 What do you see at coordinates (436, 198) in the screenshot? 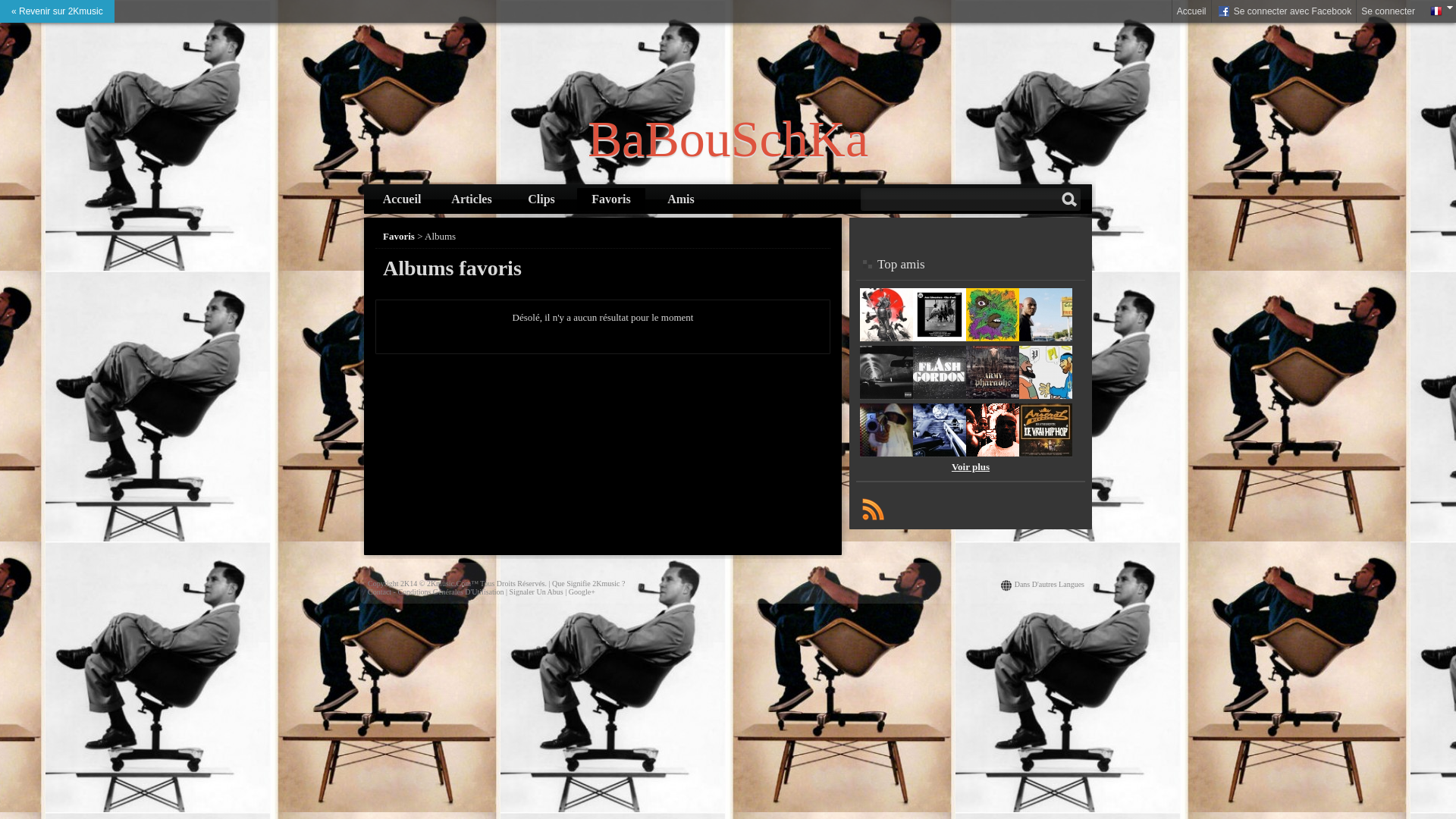
I see `'Articles'` at bounding box center [436, 198].